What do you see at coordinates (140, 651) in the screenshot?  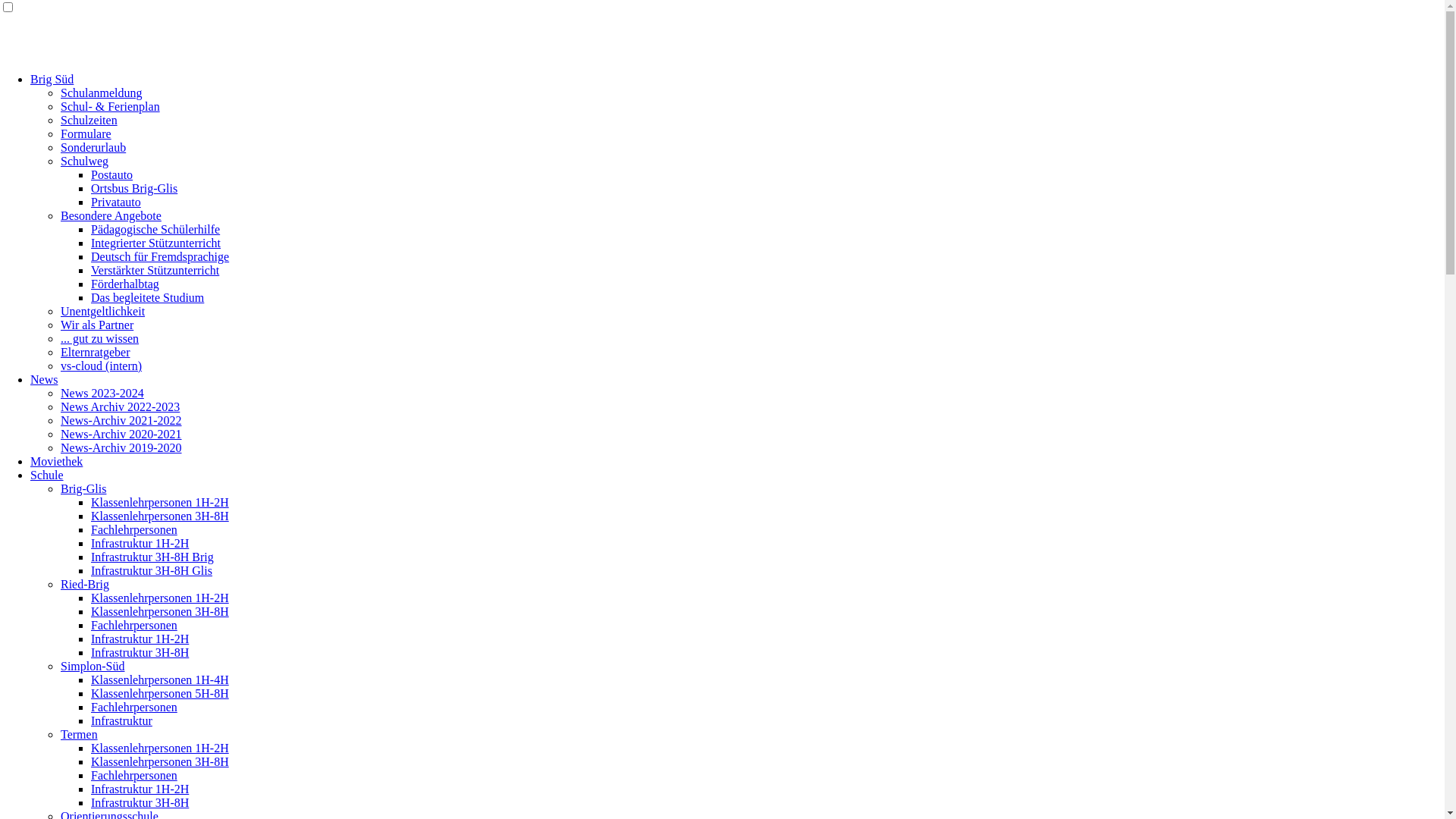 I see `'Infrastruktur 3H-8H'` at bounding box center [140, 651].